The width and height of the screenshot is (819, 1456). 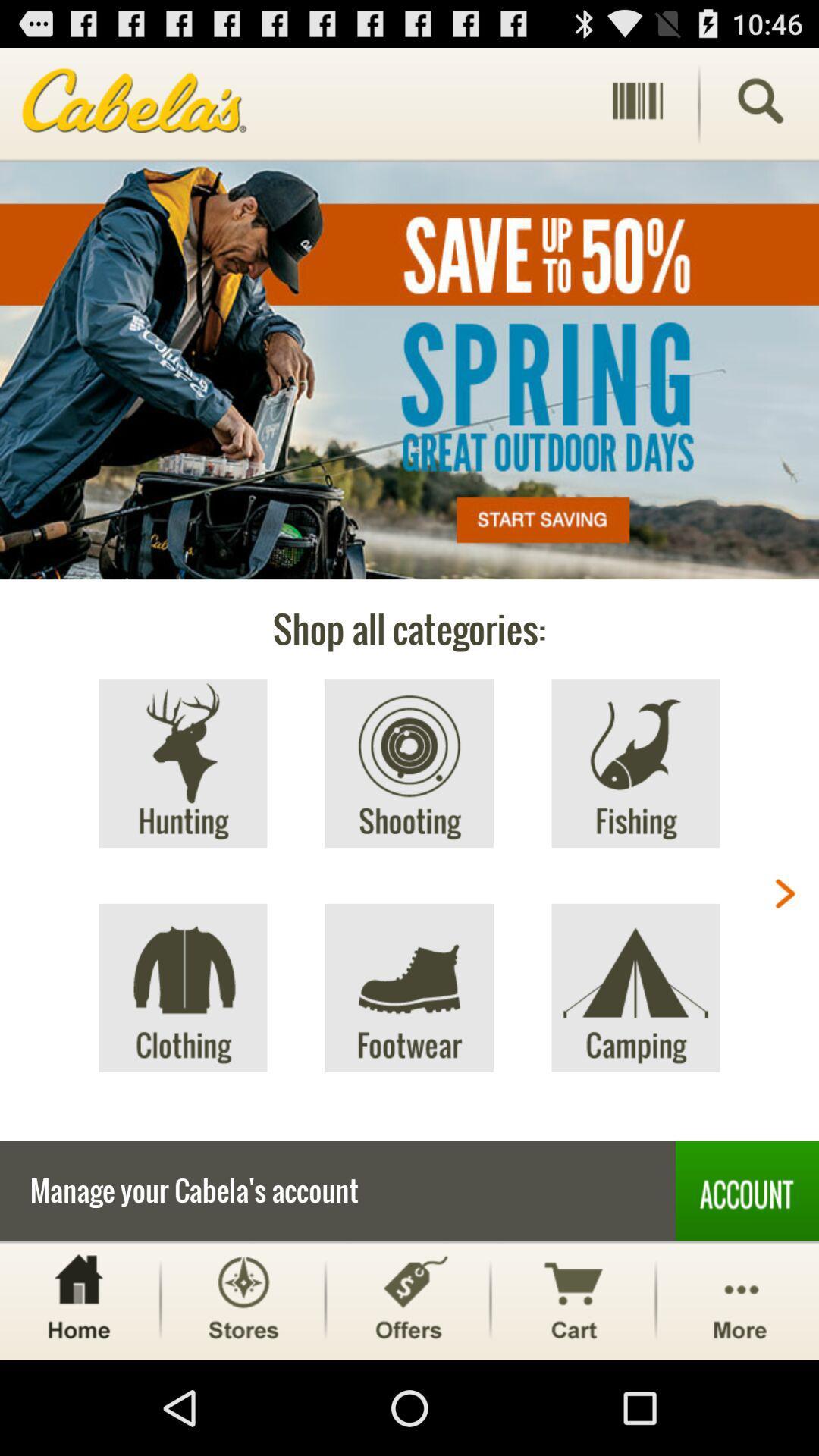 I want to click on the search icon, so click(x=760, y=107).